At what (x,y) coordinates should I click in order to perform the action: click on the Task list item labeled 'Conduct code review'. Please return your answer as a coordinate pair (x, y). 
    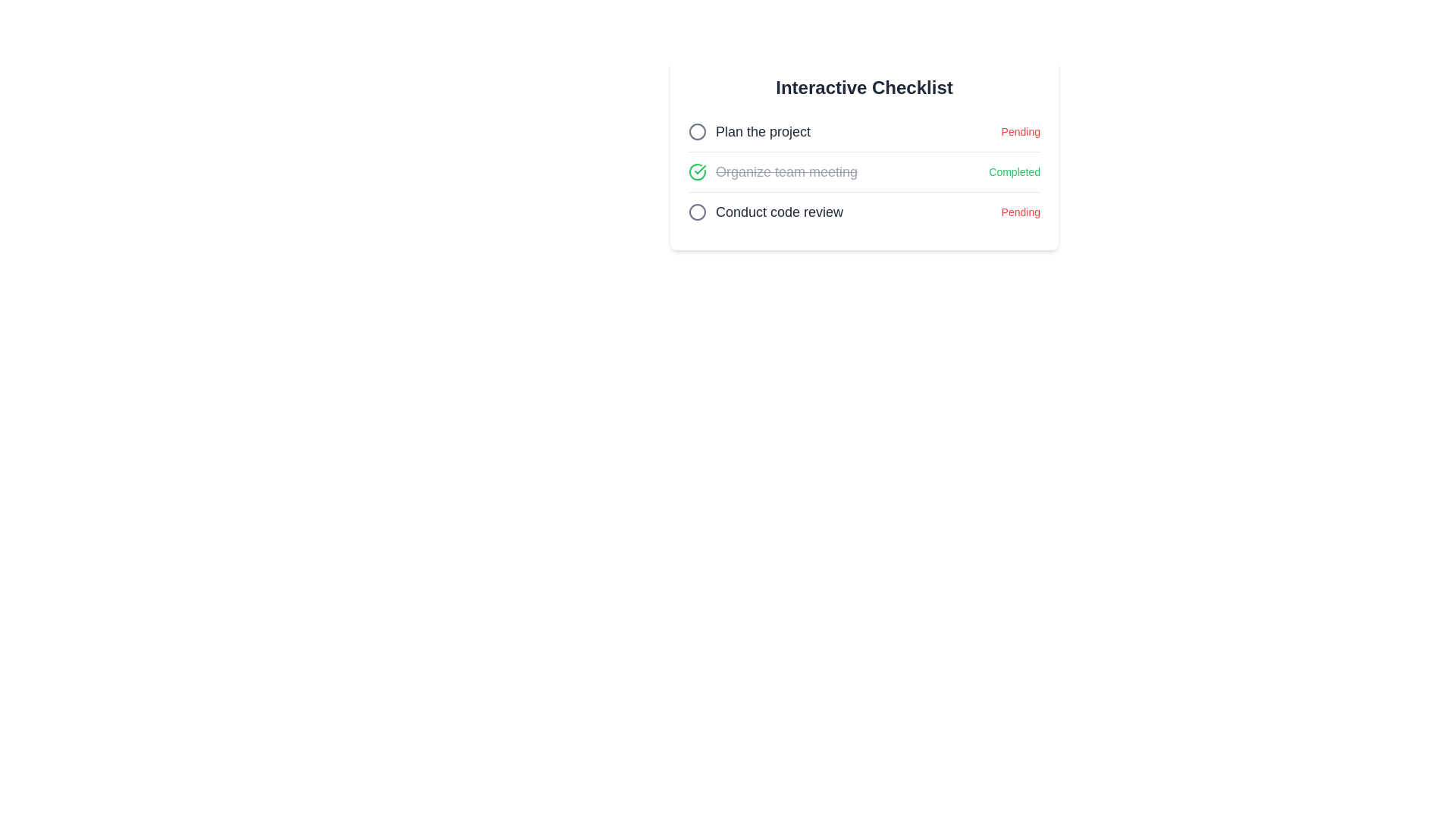
    Looking at the image, I should click on (766, 212).